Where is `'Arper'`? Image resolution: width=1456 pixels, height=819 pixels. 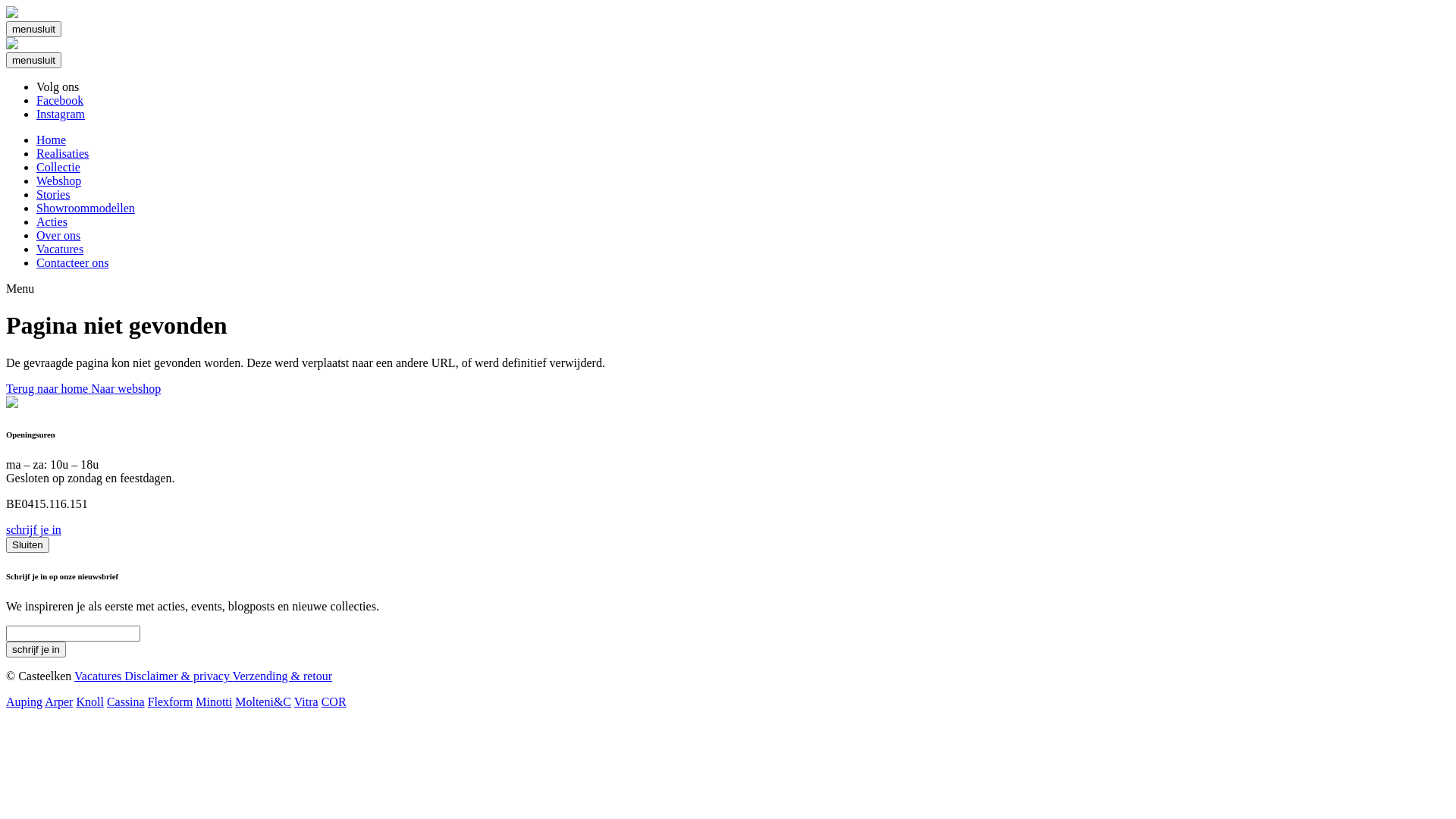
'Arper' is located at coordinates (58, 701).